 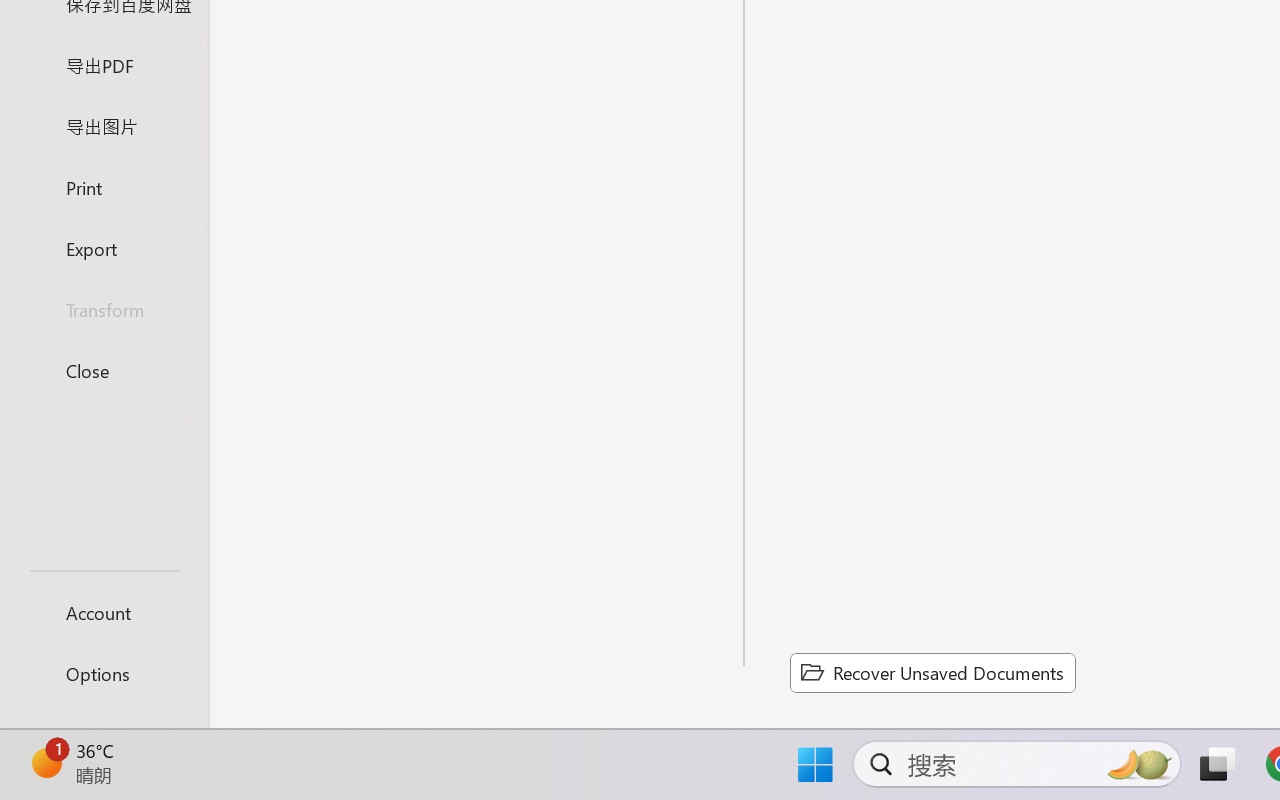 What do you see at coordinates (103, 612) in the screenshot?
I see `'Account'` at bounding box center [103, 612].